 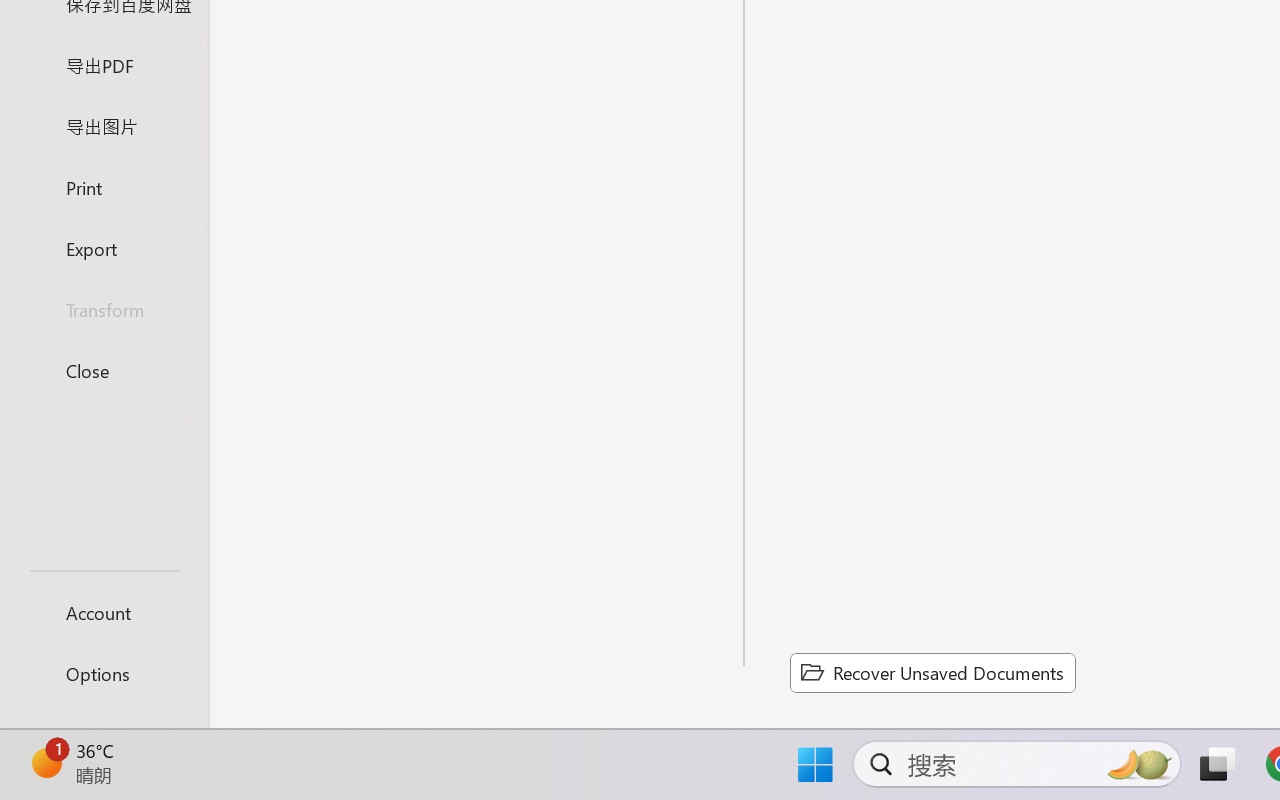 What do you see at coordinates (103, 612) in the screenshot?
I see `'Account'` at bounding box center [103, 612].